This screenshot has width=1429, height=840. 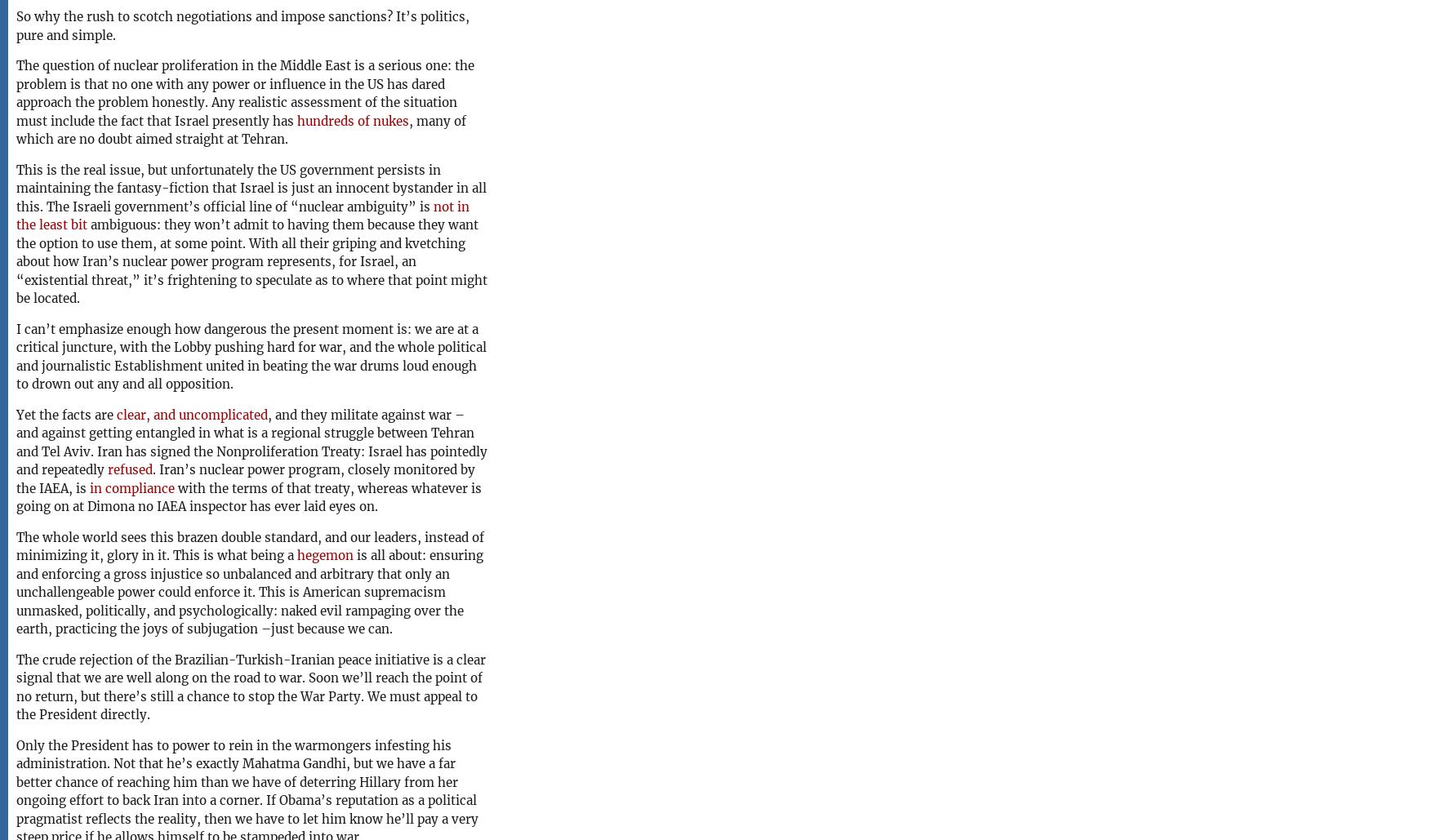 What do you see at coordinates (240, 129) in the screenshot?
I see `', many of which are no doubt aimed

straight at Tehran.'` at bounding box center [240, 129].